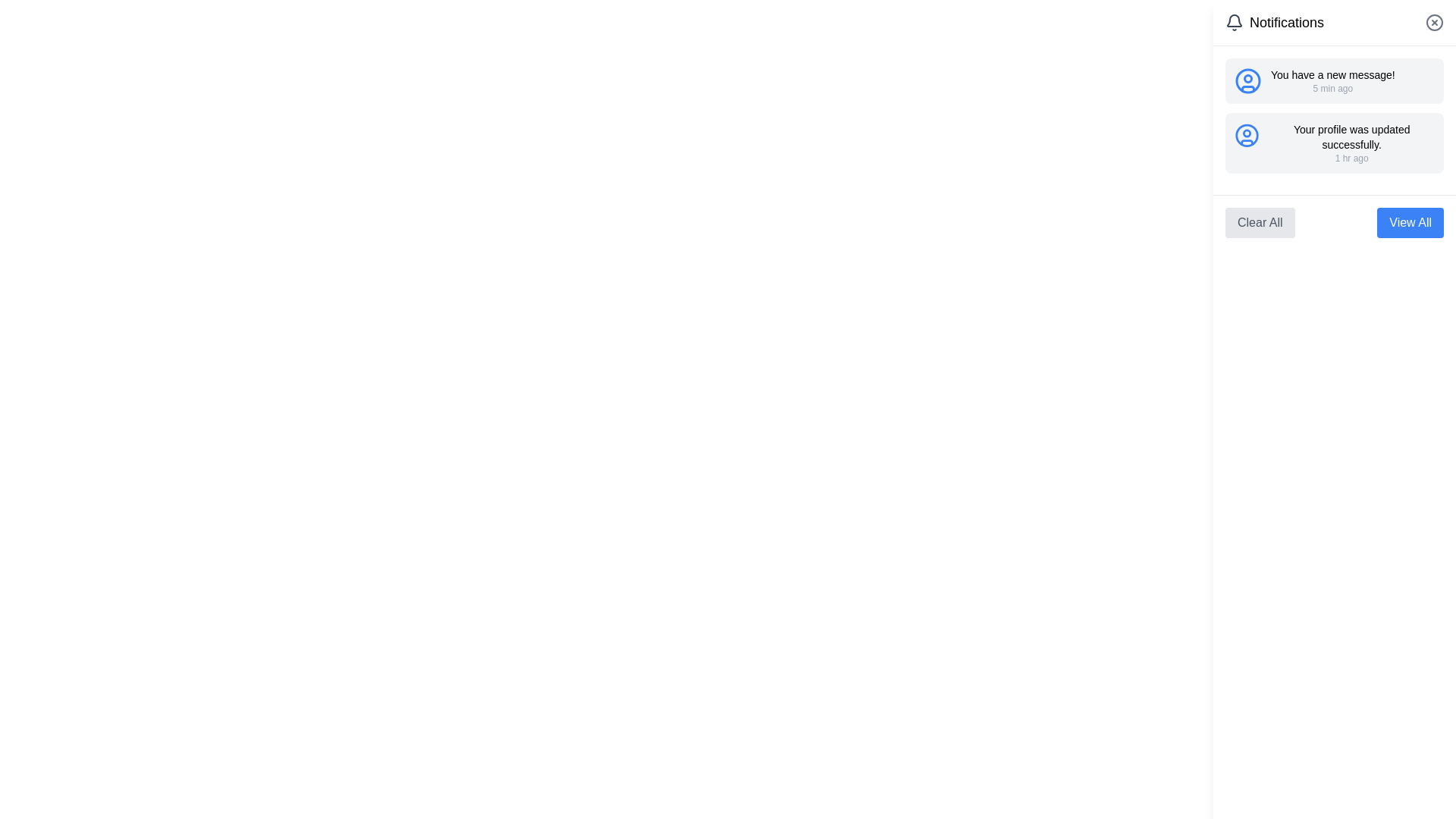 This screenshot has height=819, width=1456. I want to click on circular outline of the user profile icon displayed in the top notification using developer tools, so click(1248, 81).